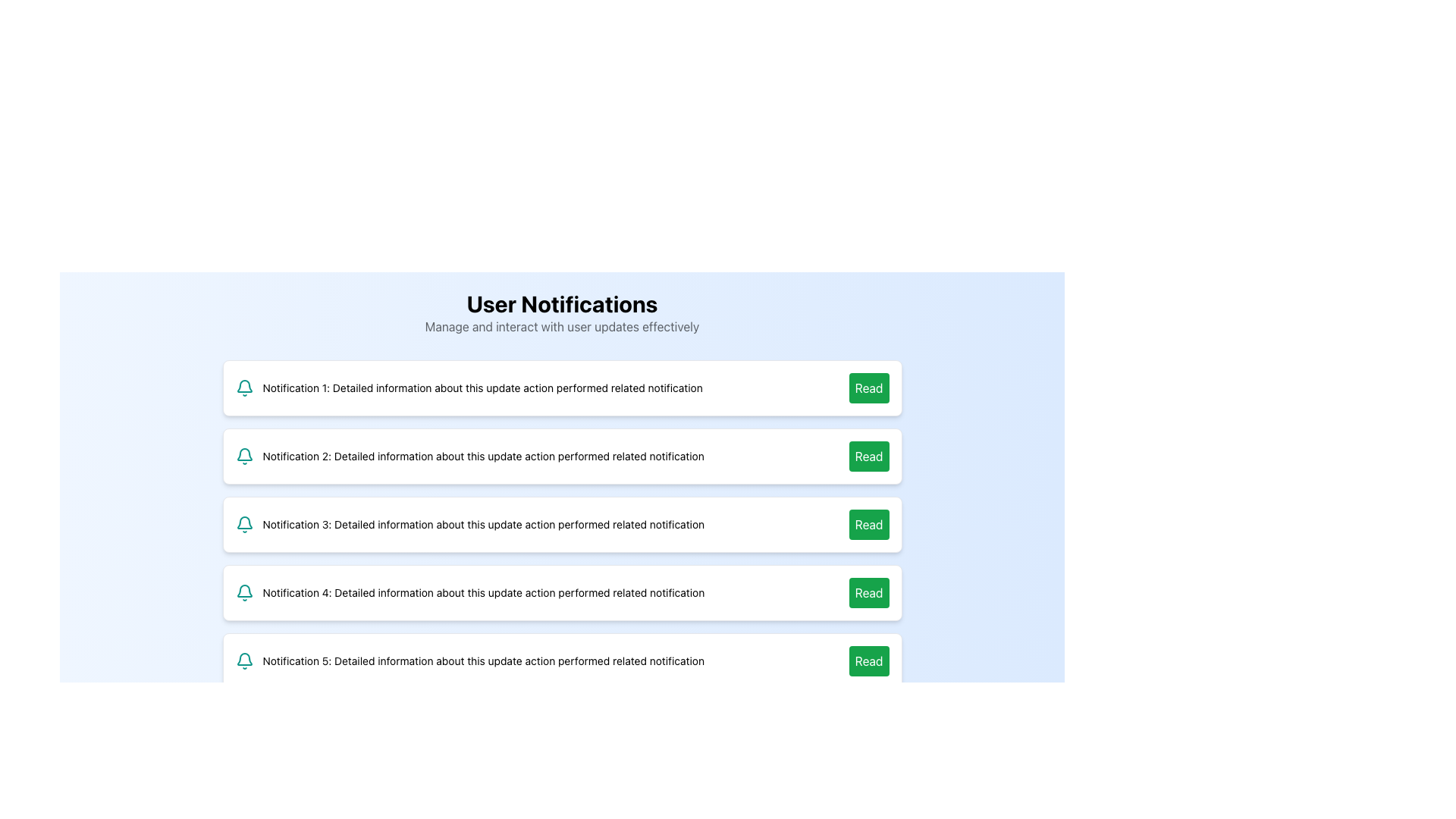  What do you see at coordinates (869, 455) in the screenshot?
I see `the 'Read' button located on the far right of the second notification row under the 'User Notifications' heading to observe hover style changes` at bounding box center [869, 455].